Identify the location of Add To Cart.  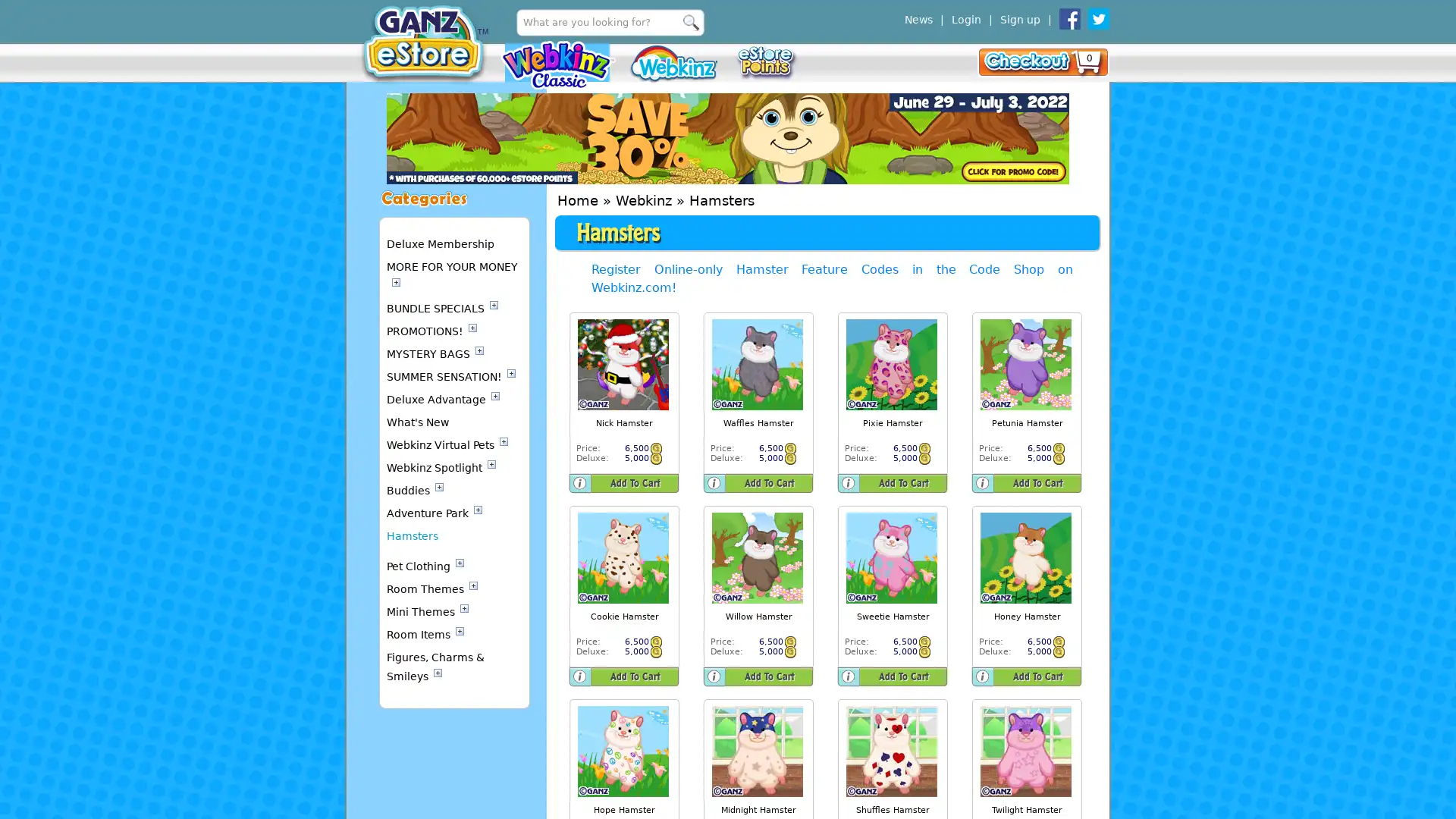
(1037, 482).